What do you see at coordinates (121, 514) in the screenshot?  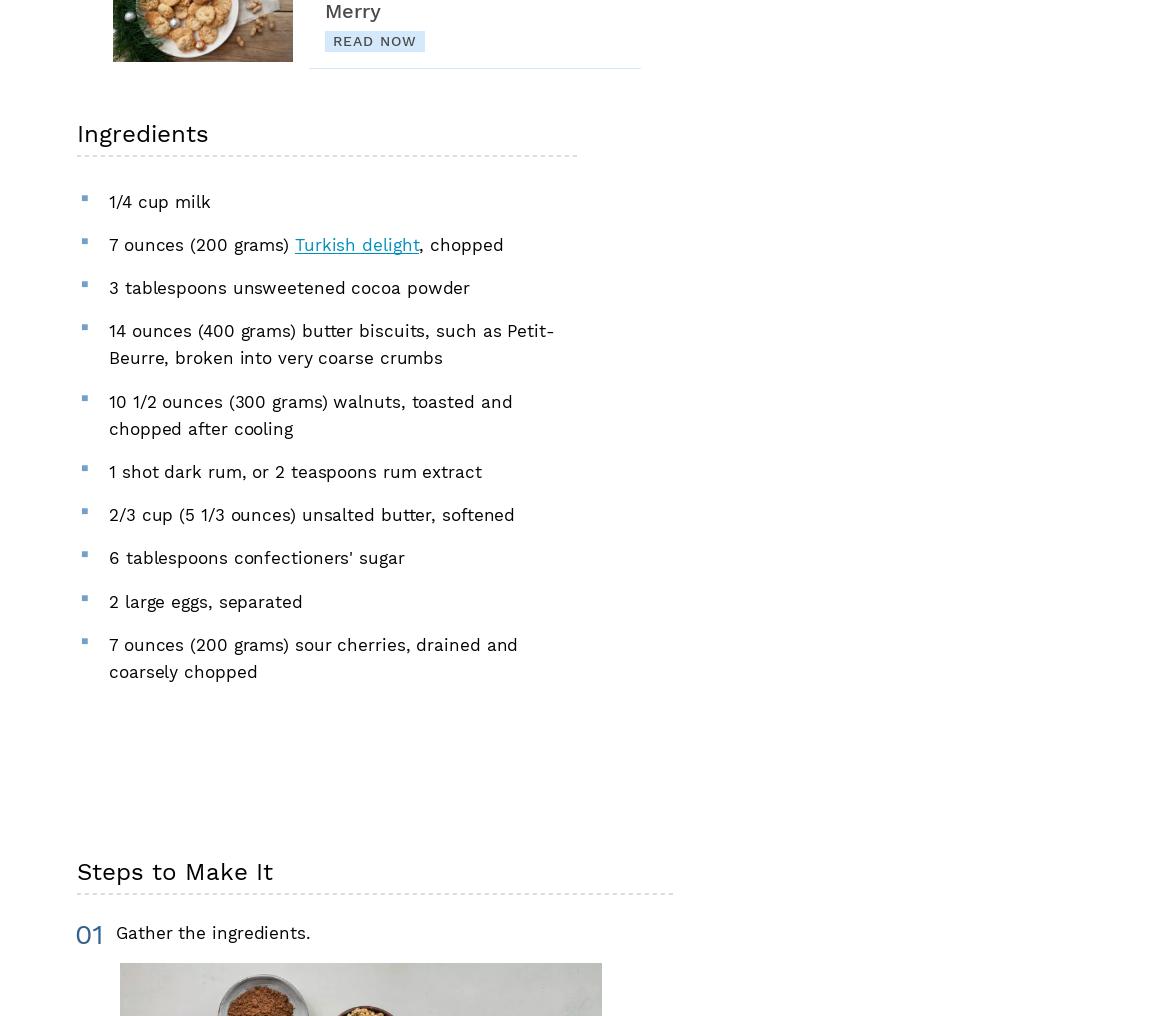 I see `'2/3'` at bounding box center [121, 514].